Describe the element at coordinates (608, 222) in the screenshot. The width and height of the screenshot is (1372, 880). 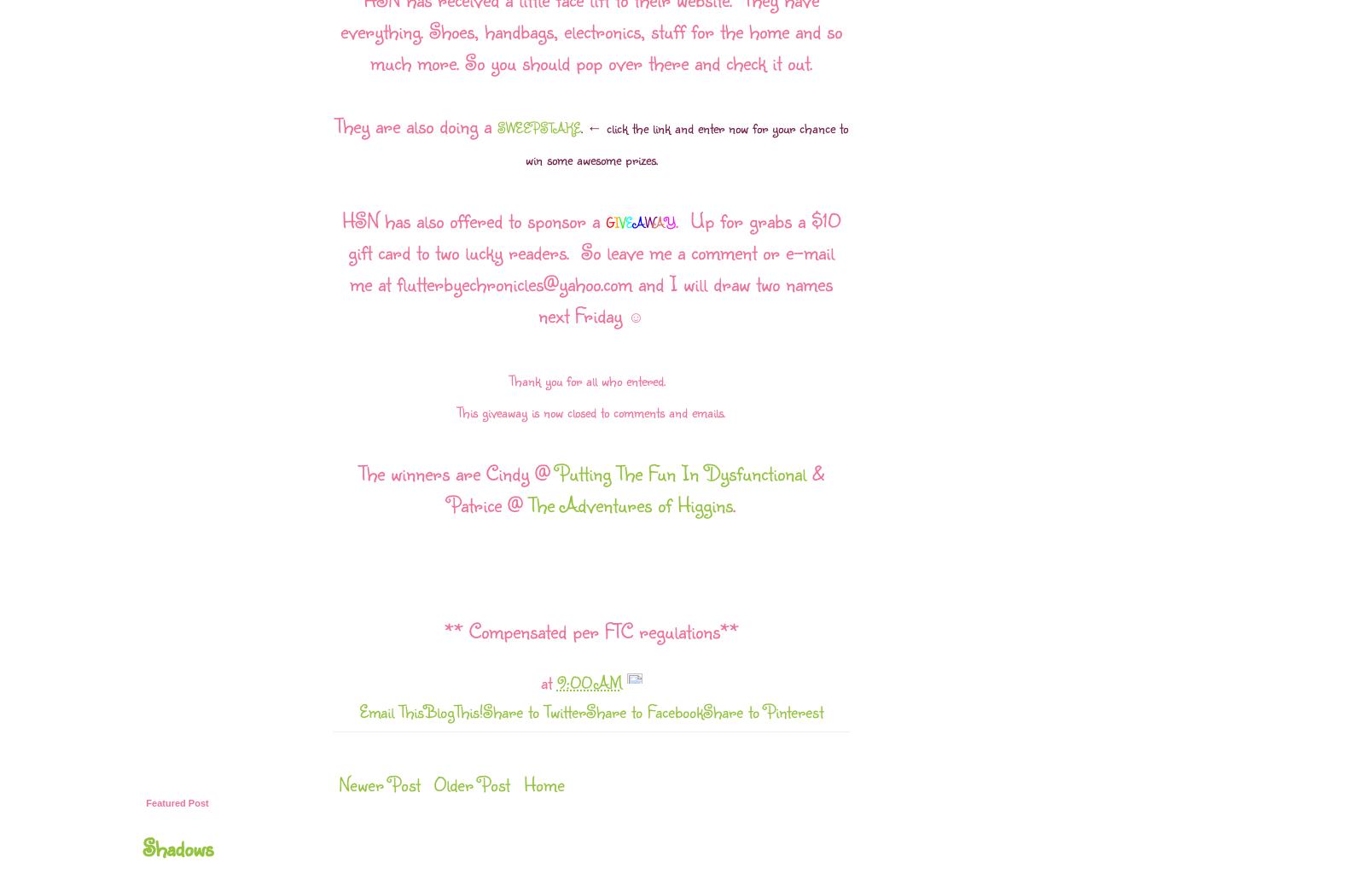
I see `'G'` at that location.